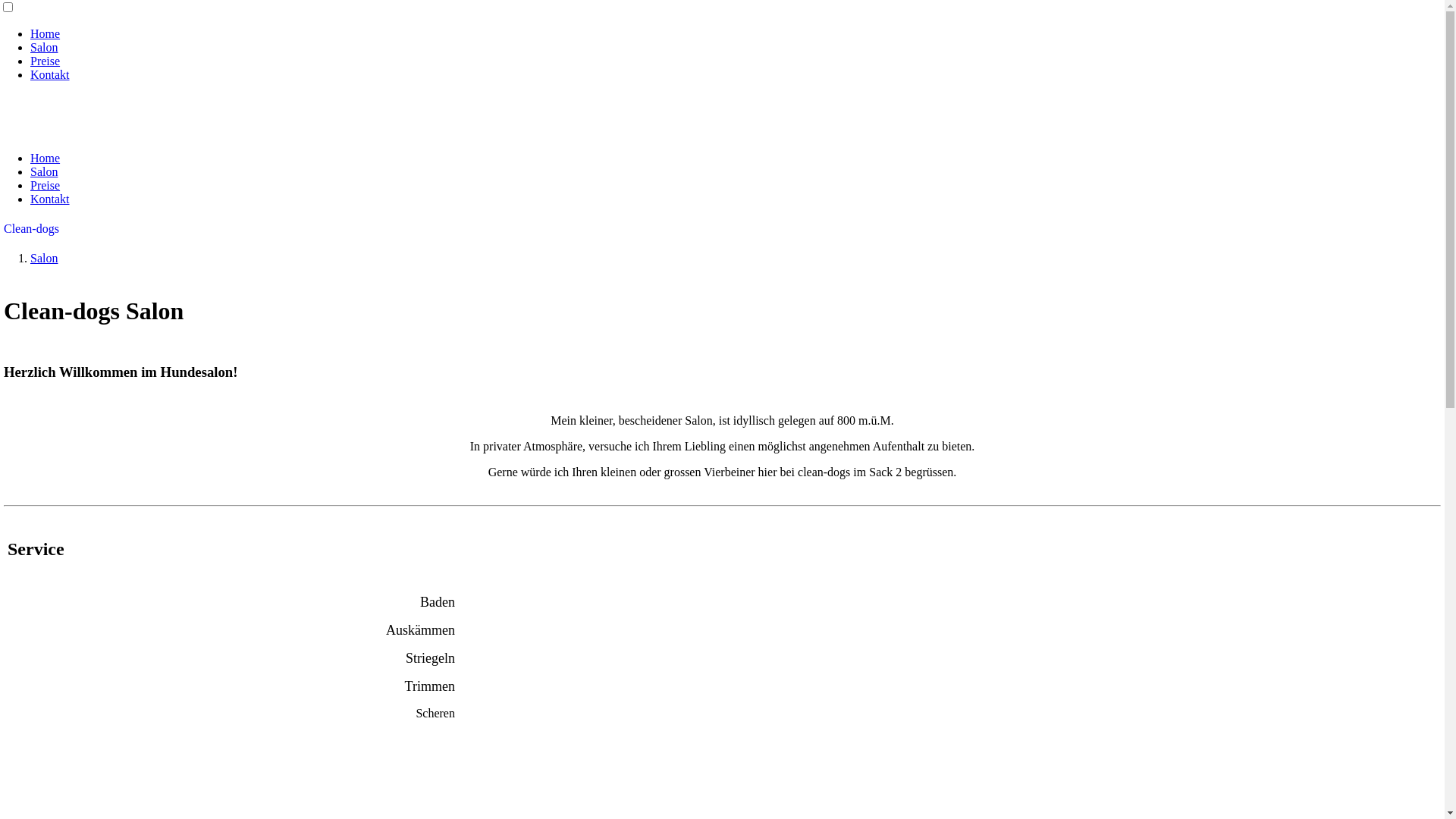  I want to click on 'Home', so click(45, 158).